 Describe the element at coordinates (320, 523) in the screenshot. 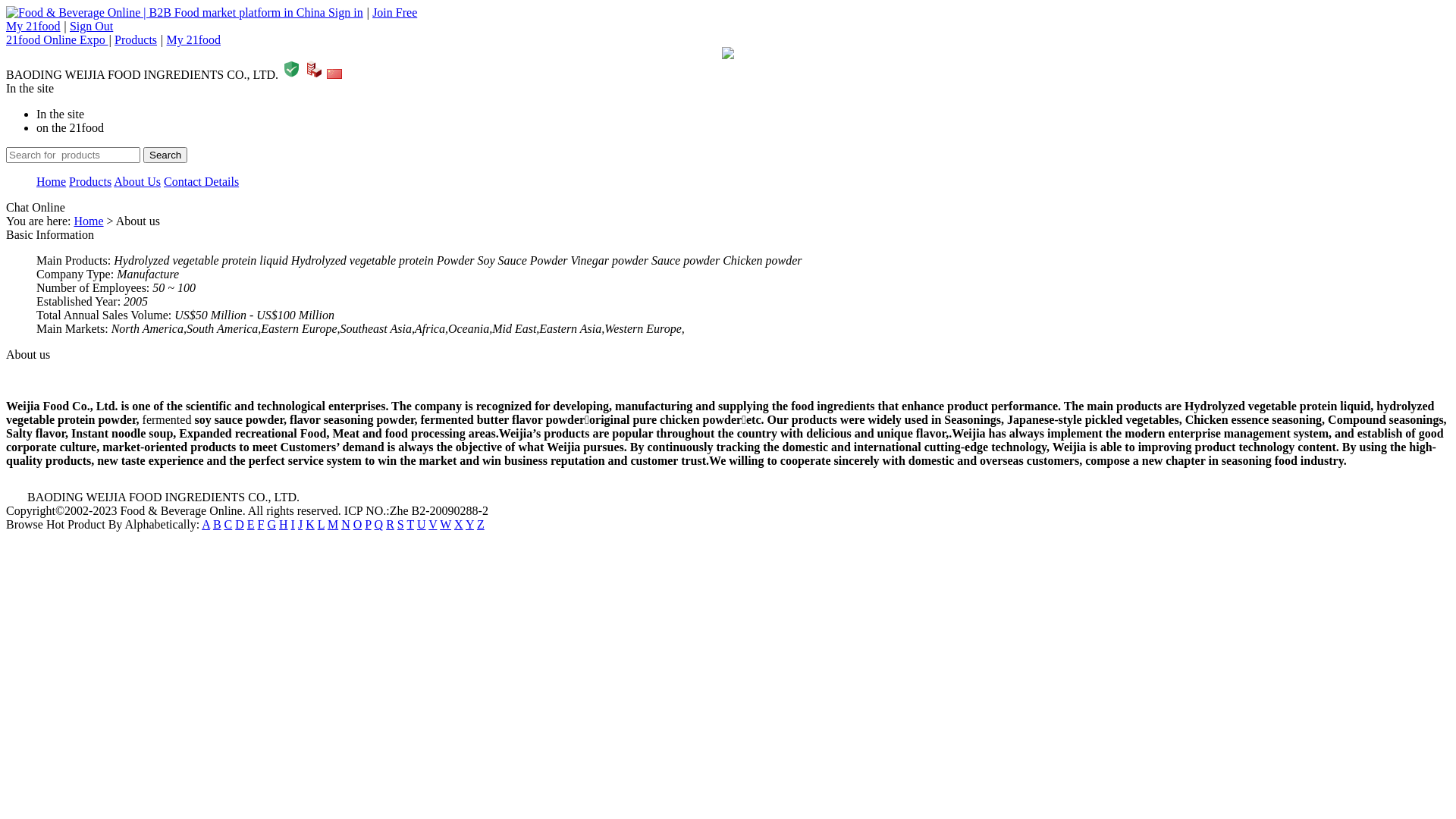

I see `'L'` at that location.